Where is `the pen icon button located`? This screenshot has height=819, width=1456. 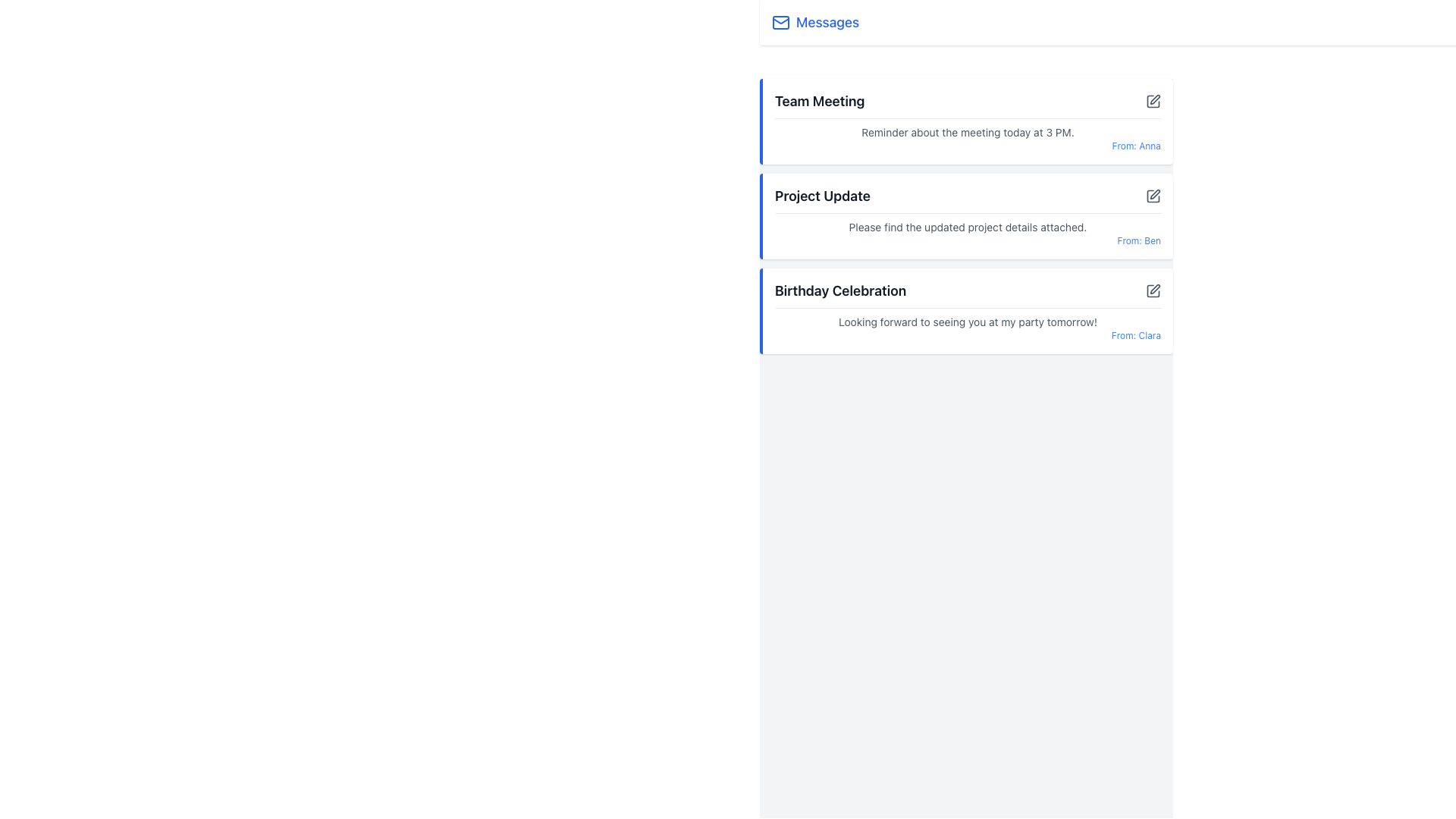 the pen icon button located is located at coordinates (1153, 291).